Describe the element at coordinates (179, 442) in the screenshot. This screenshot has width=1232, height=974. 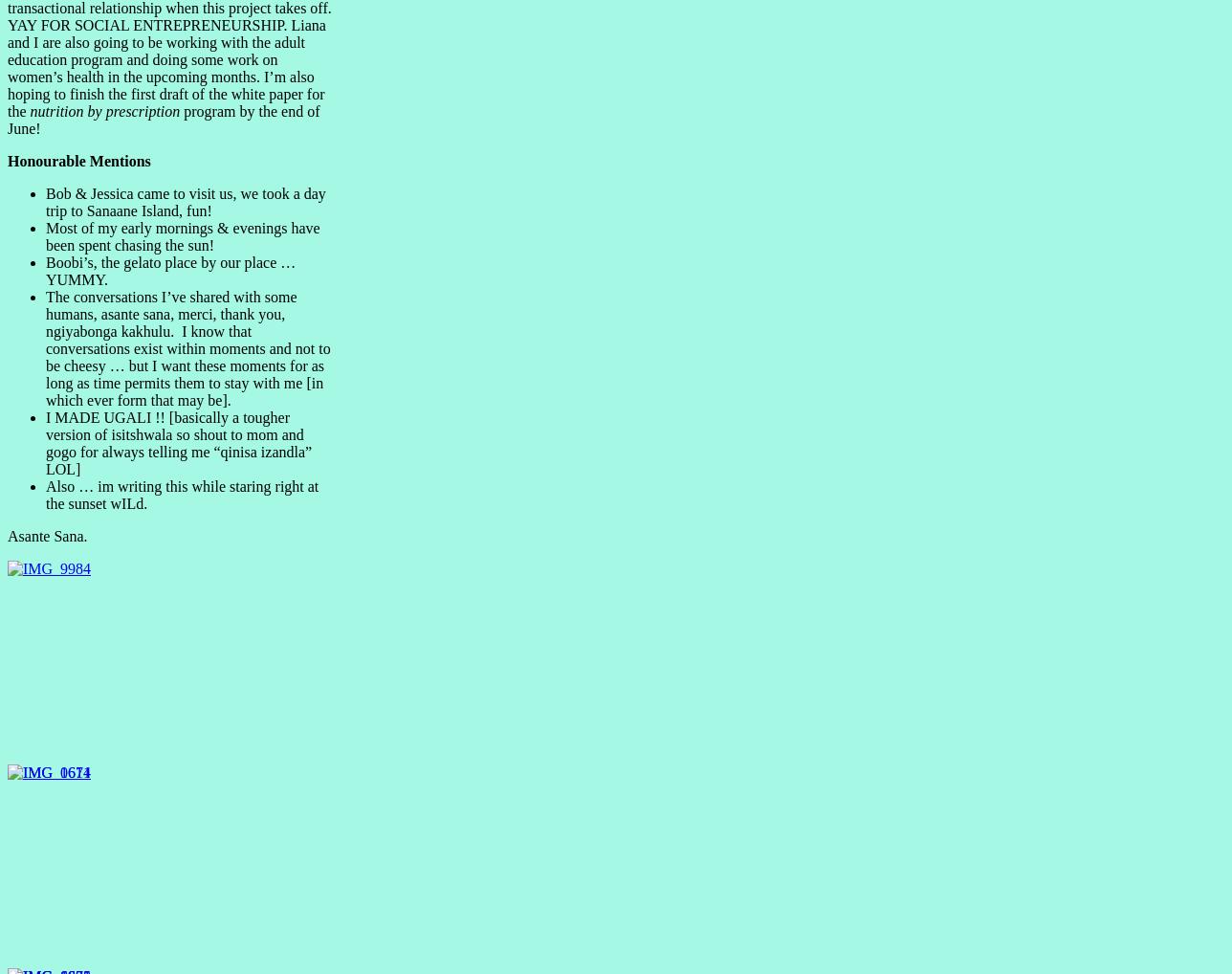
I see `'I MADE UGALI !! [basically a tougher version of isitshwala so shout to mom and gogo for always telling me “qinisa izandla” LOL]'` at that location.